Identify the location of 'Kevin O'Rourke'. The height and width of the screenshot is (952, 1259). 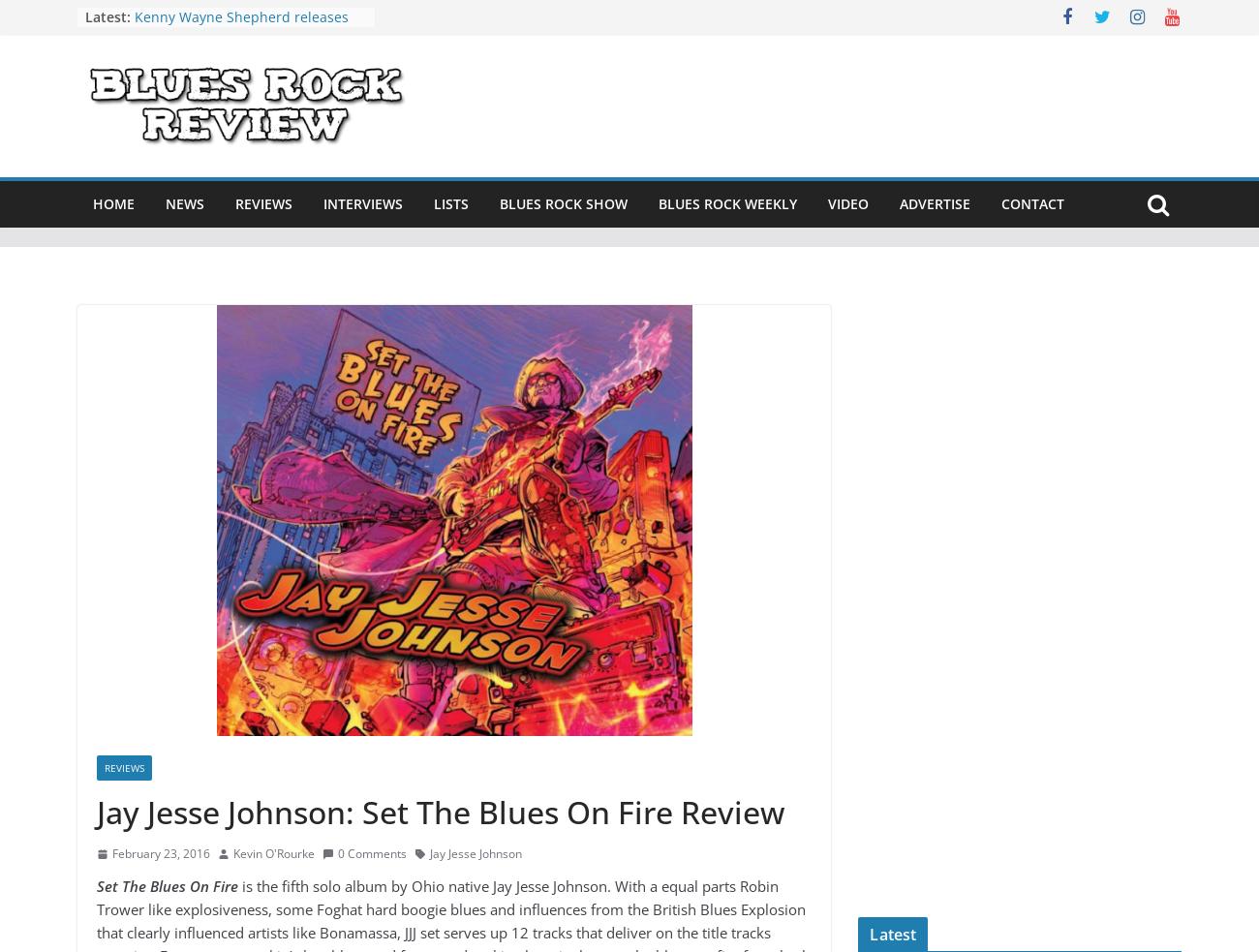
(274, 852).